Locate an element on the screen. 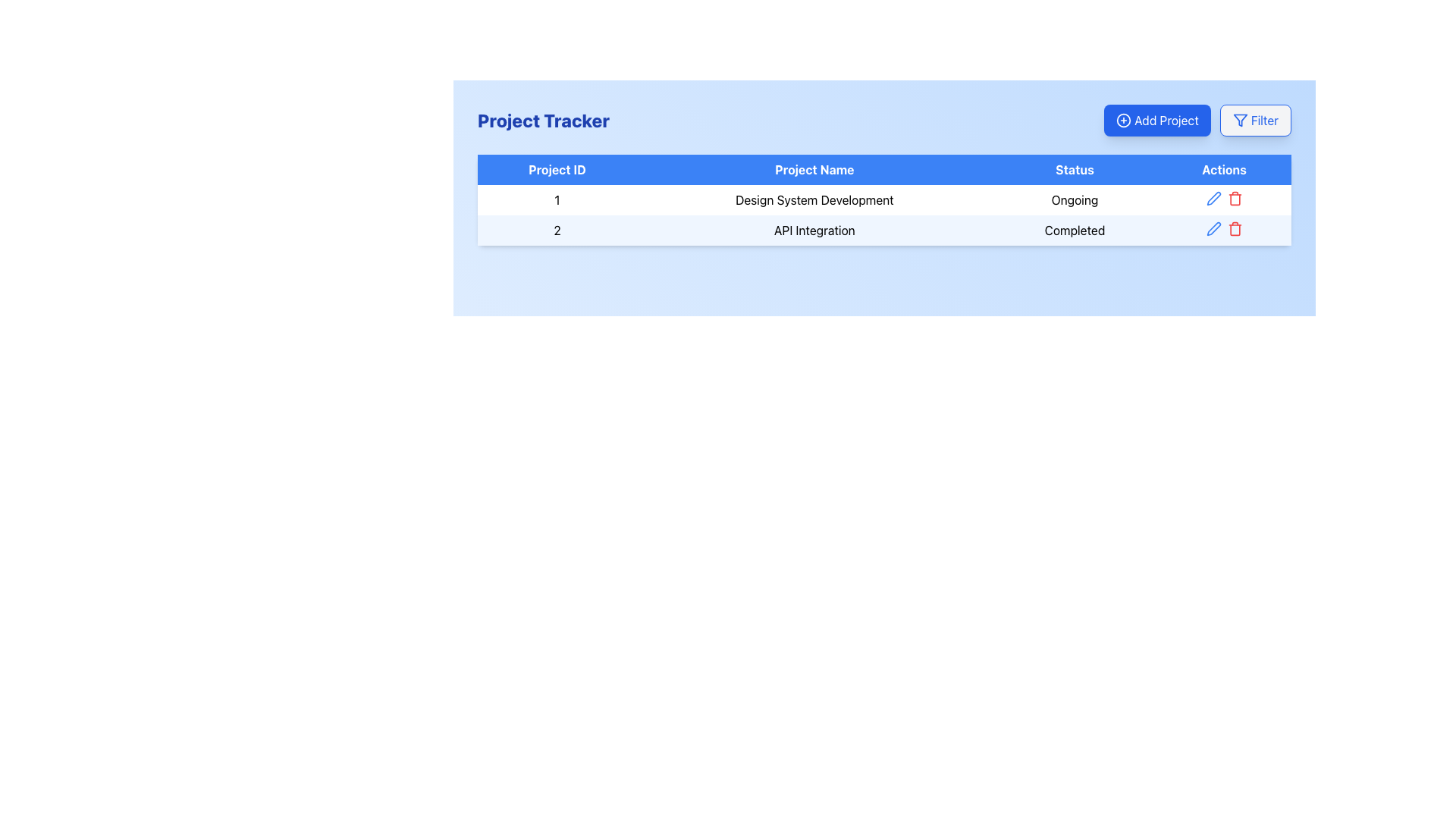 The height and width of the screenshot is (819, 1456). the 'Add New Project' button located in the upper-right corner of the header group, to the immediate left of the 'Filter' button is located at coordinates (1197, 119).